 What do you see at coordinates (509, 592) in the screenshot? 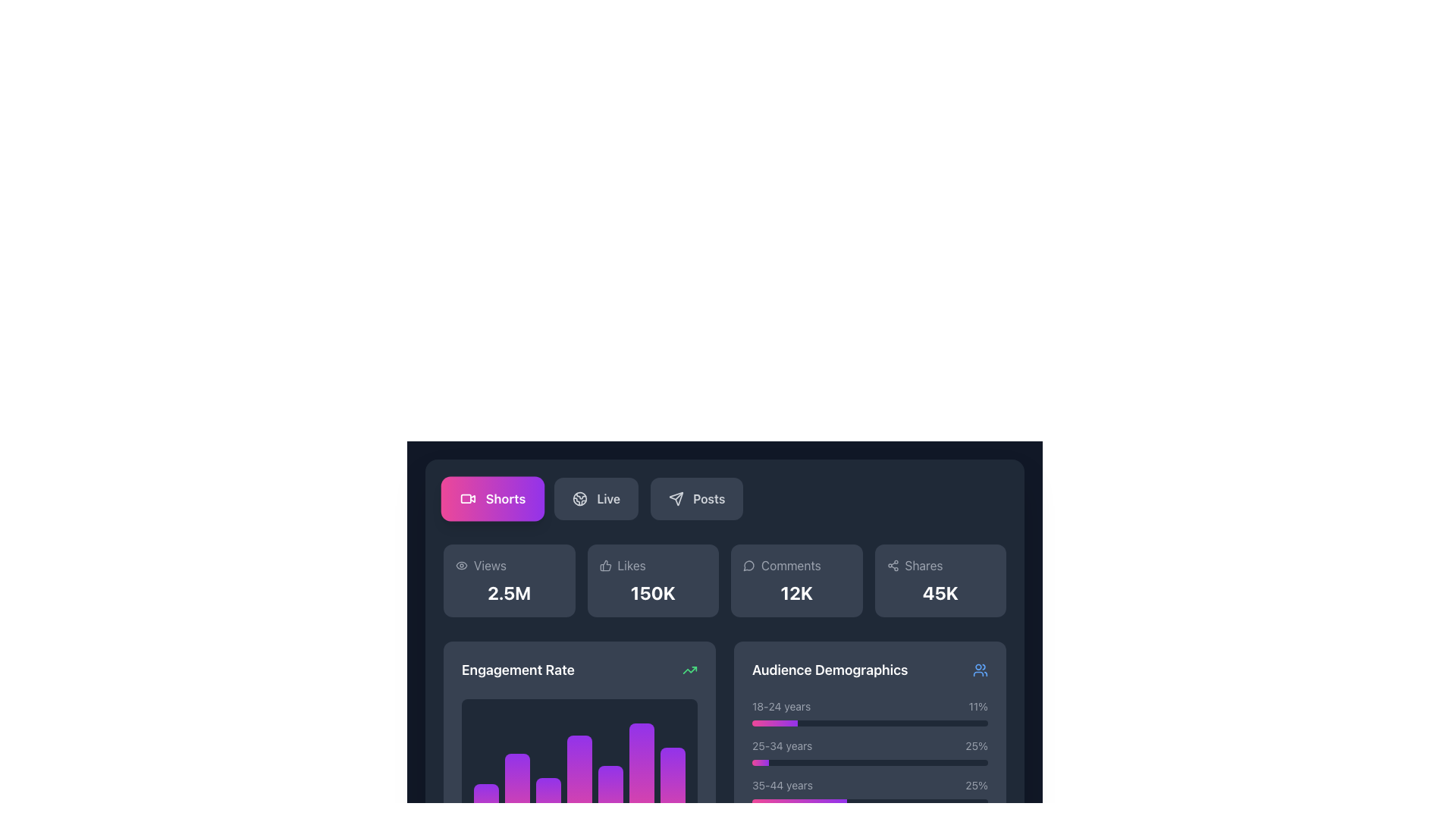
I see `the static text label displaying the number of views, '2.5M', which is located within the 'Views' card in the top-left section of the interface` at bounding box center [509, 592].